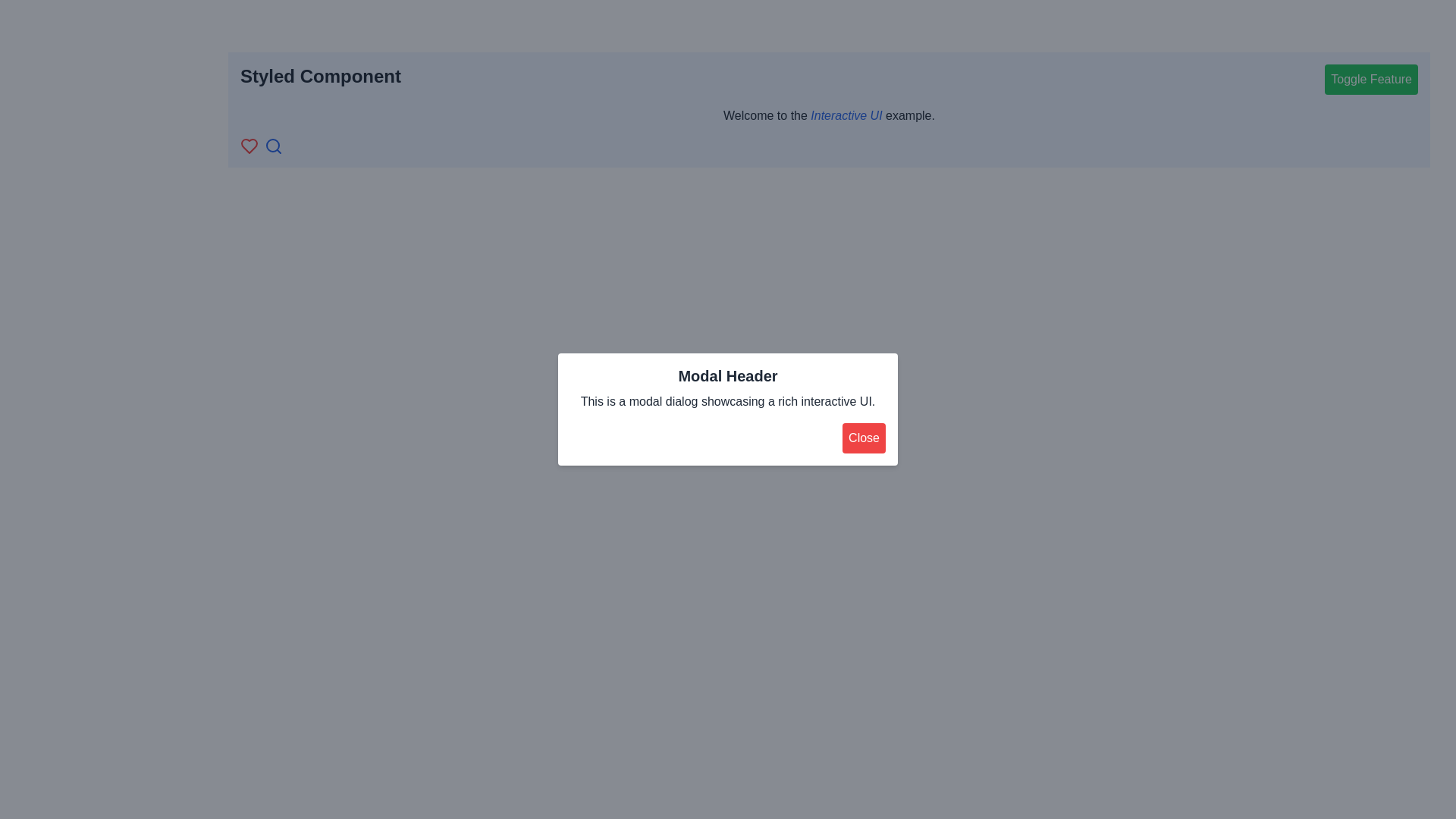  I want to click on the heart icon, which is the first in a horizontal arrangement of icons under the header 'Styled Component', so click(249, 146).